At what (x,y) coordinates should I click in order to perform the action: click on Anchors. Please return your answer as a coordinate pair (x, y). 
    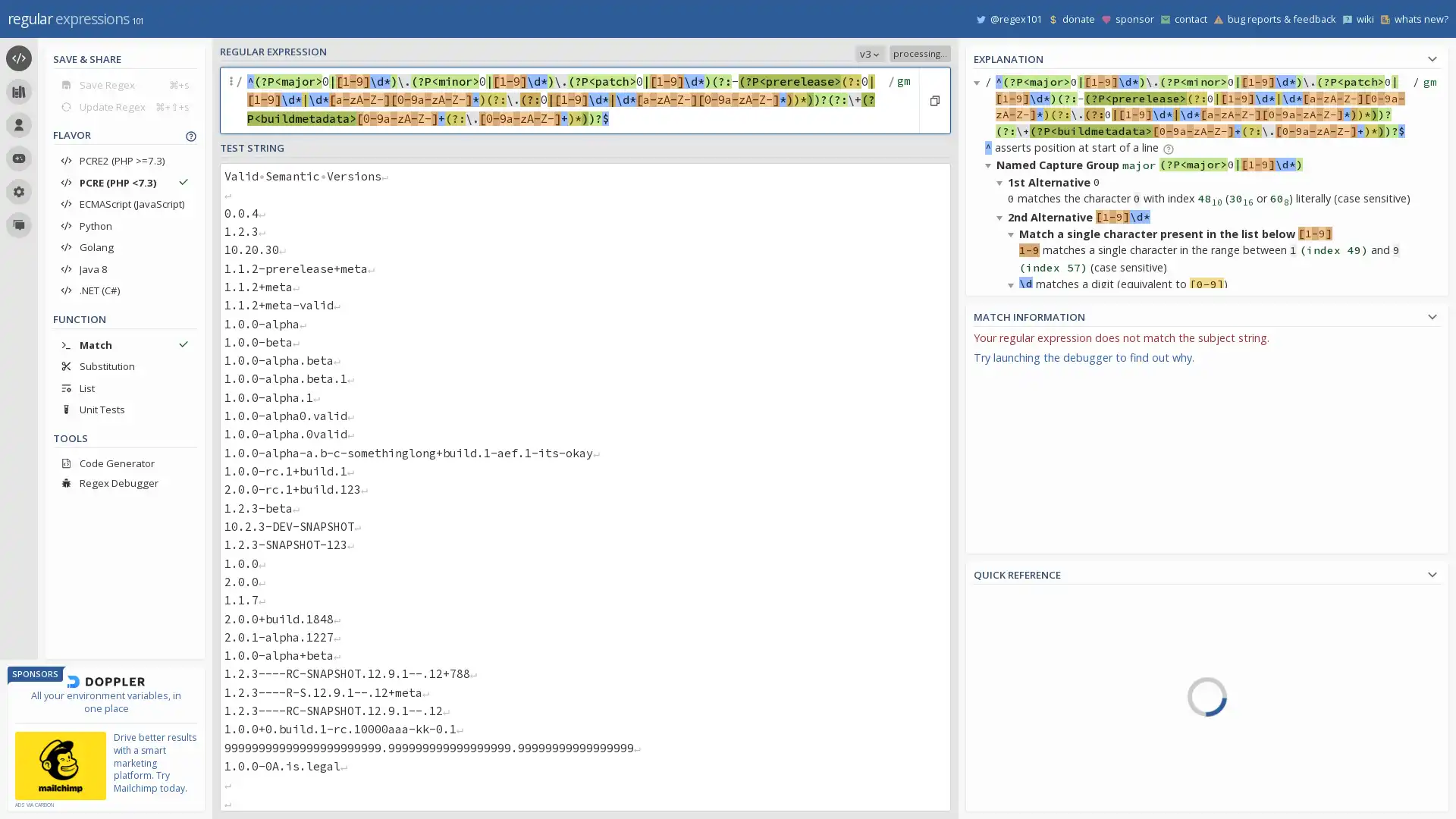
    Looking at the image, I should click on (1044, 694).